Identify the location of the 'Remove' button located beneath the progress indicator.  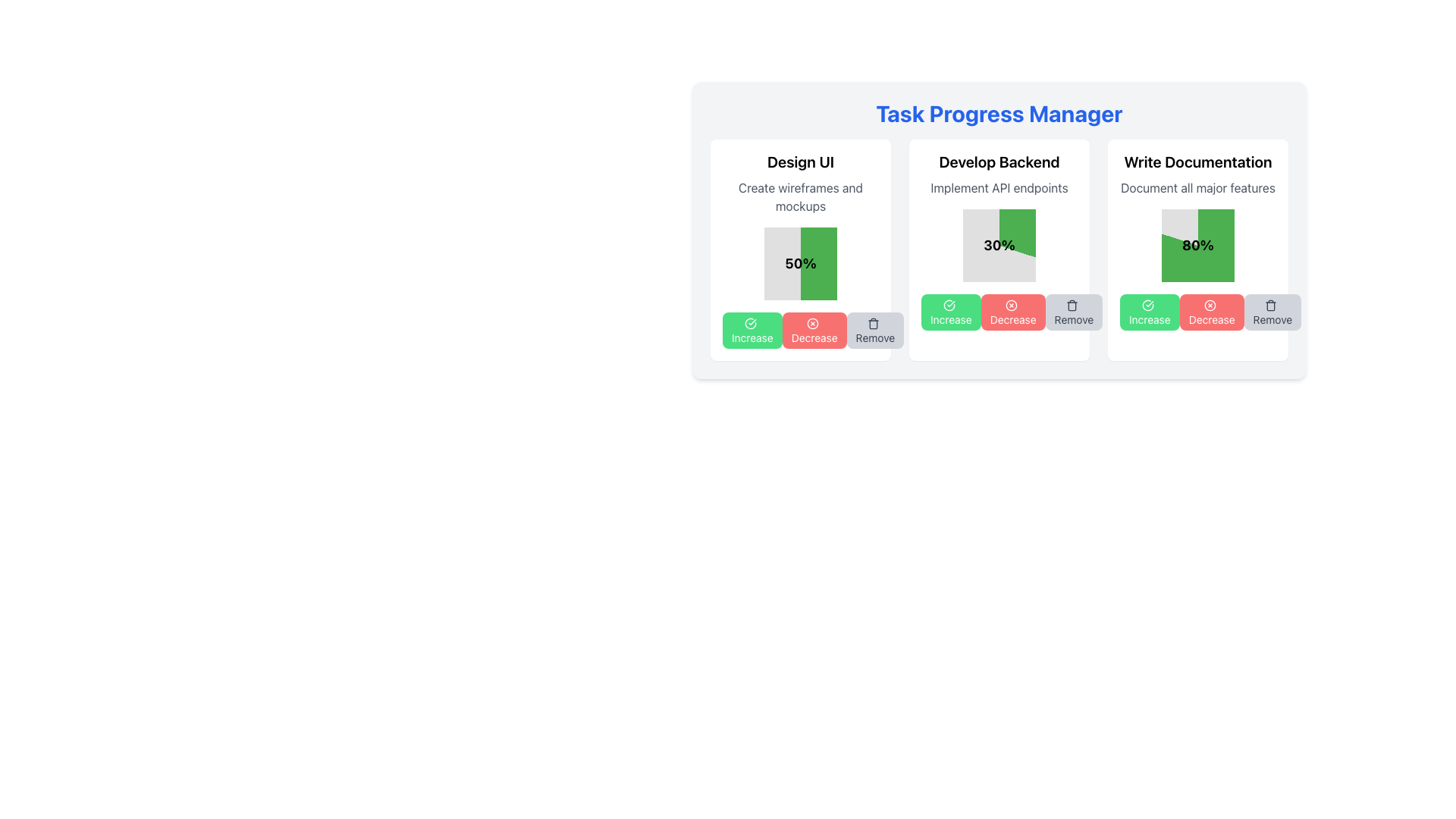
(875, 329).